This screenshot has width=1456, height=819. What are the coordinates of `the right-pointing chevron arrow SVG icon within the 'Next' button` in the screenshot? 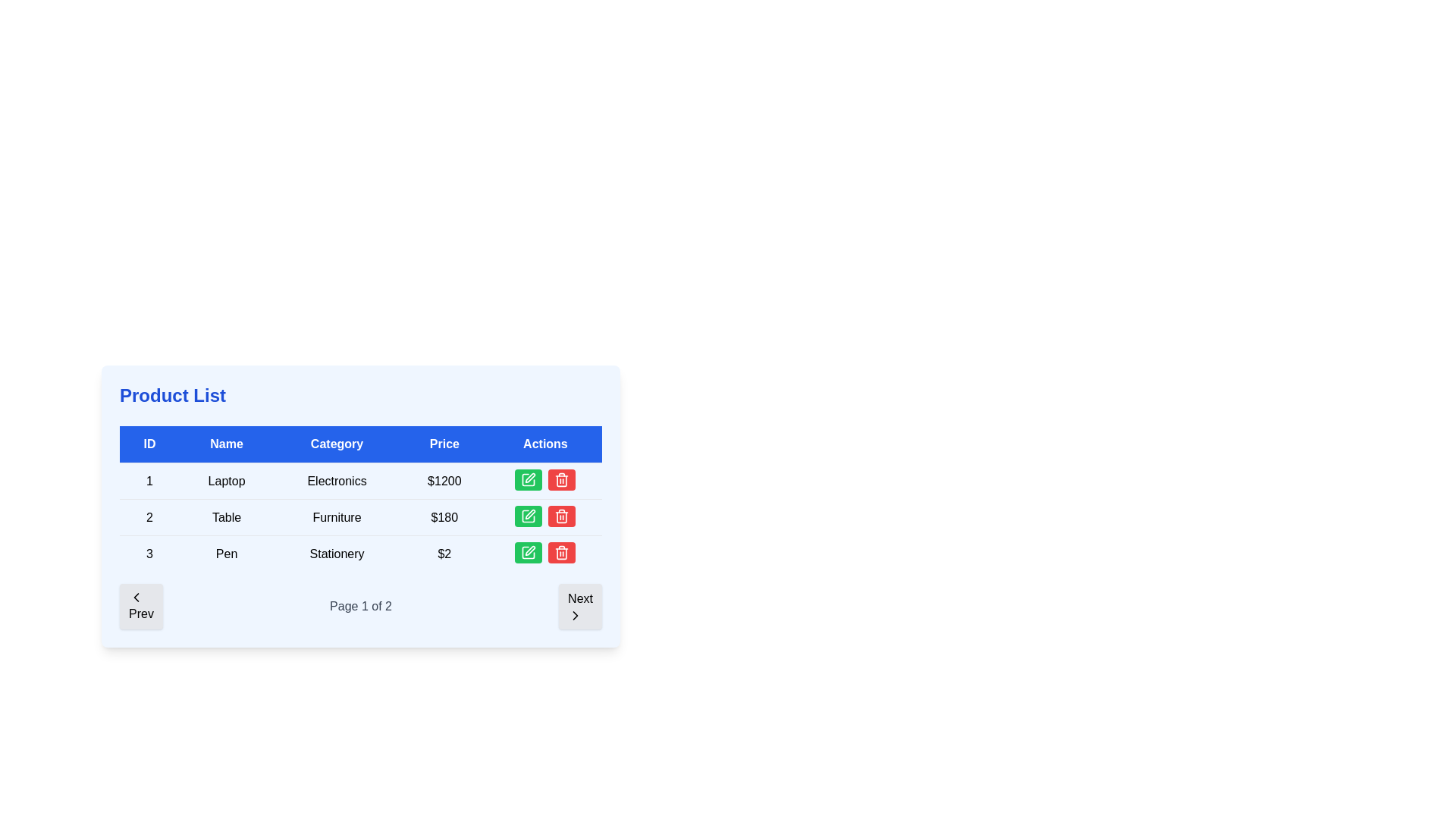 It's located at (575, 616).